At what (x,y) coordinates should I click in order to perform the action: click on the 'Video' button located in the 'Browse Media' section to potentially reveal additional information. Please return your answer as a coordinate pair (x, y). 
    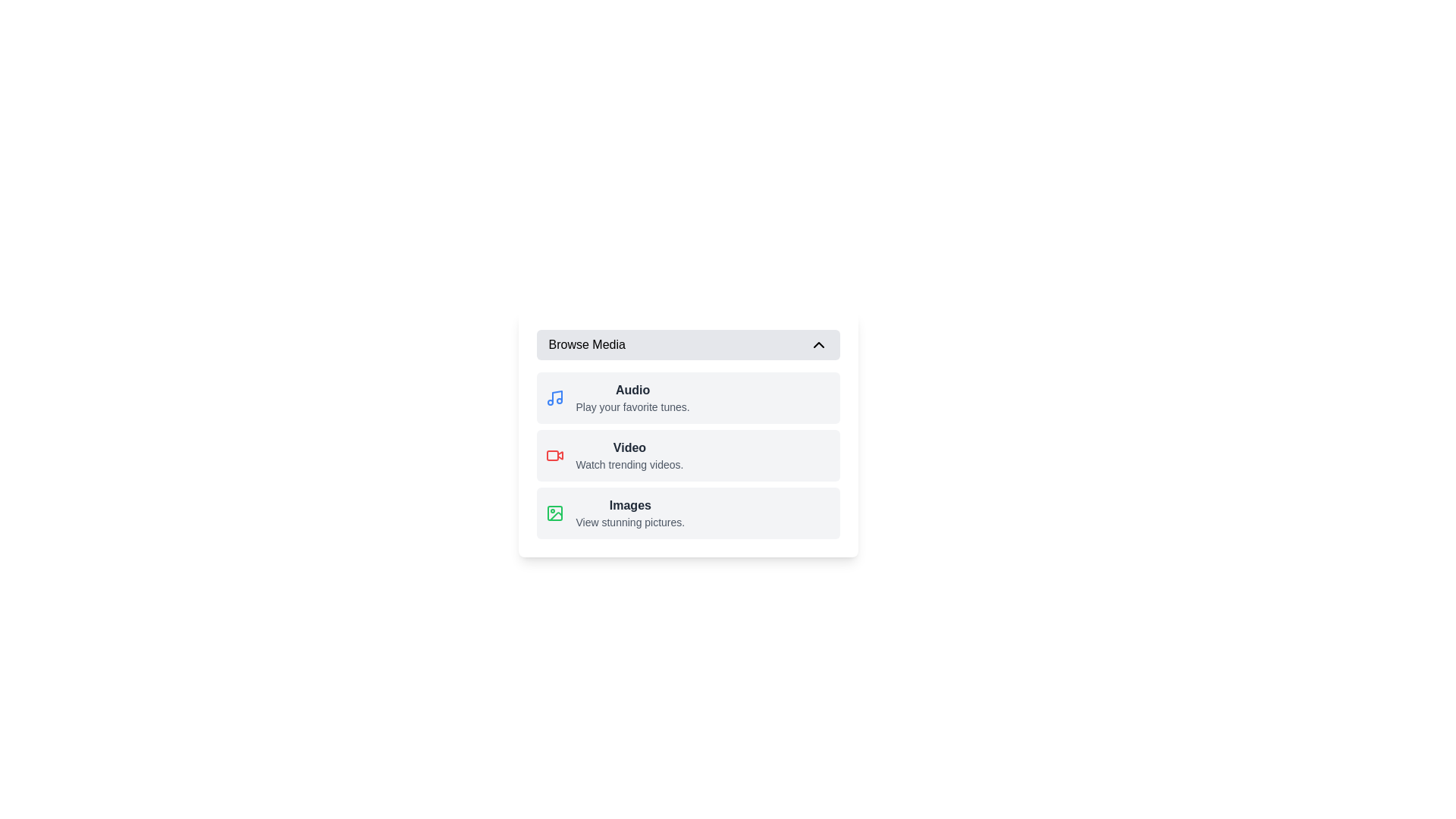
    Looking at the image, I should click on (687, 455).